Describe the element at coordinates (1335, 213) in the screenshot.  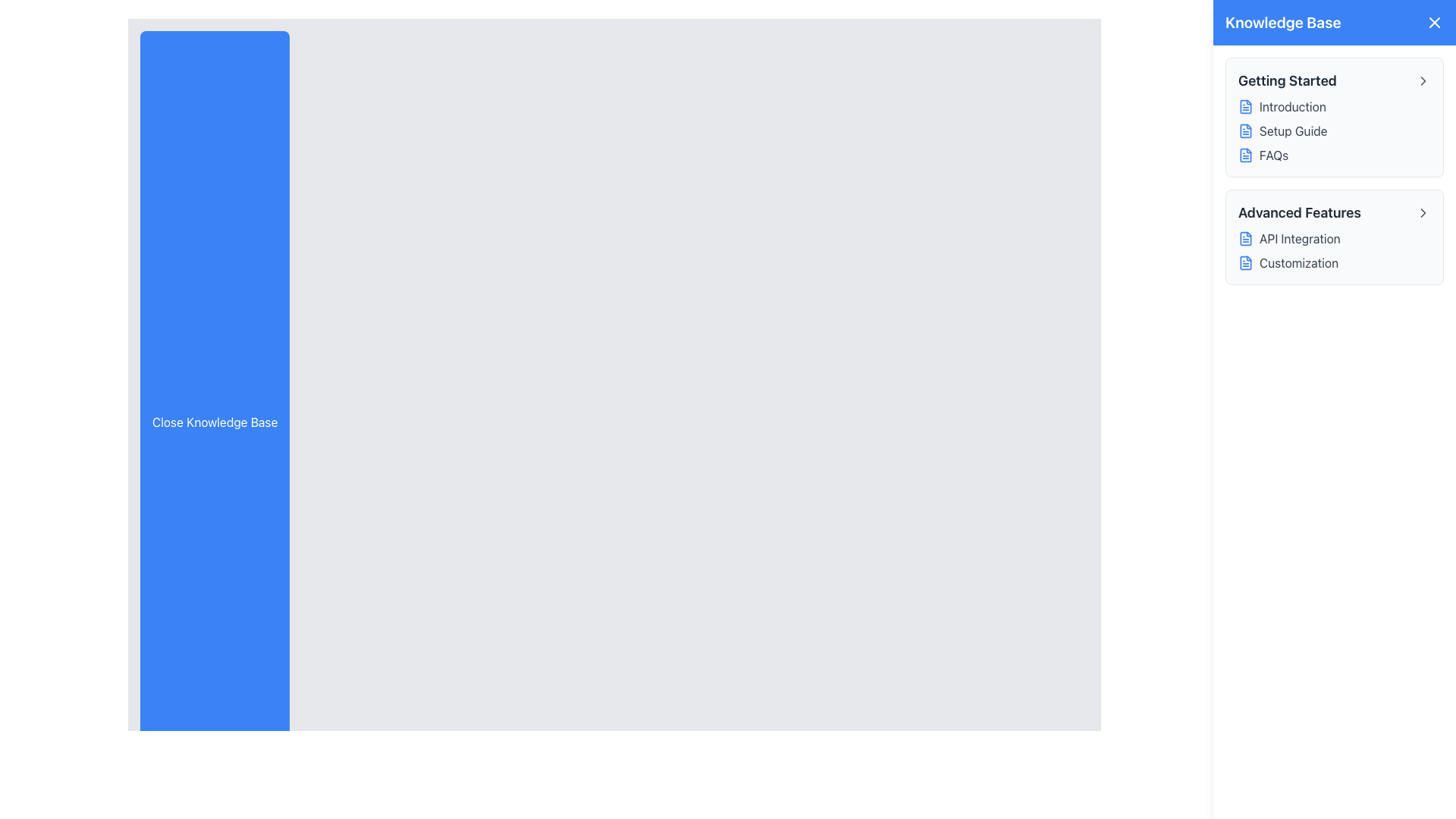
I see `the 'Advanced Features' list item with a right-facing chevron icon` at that location.